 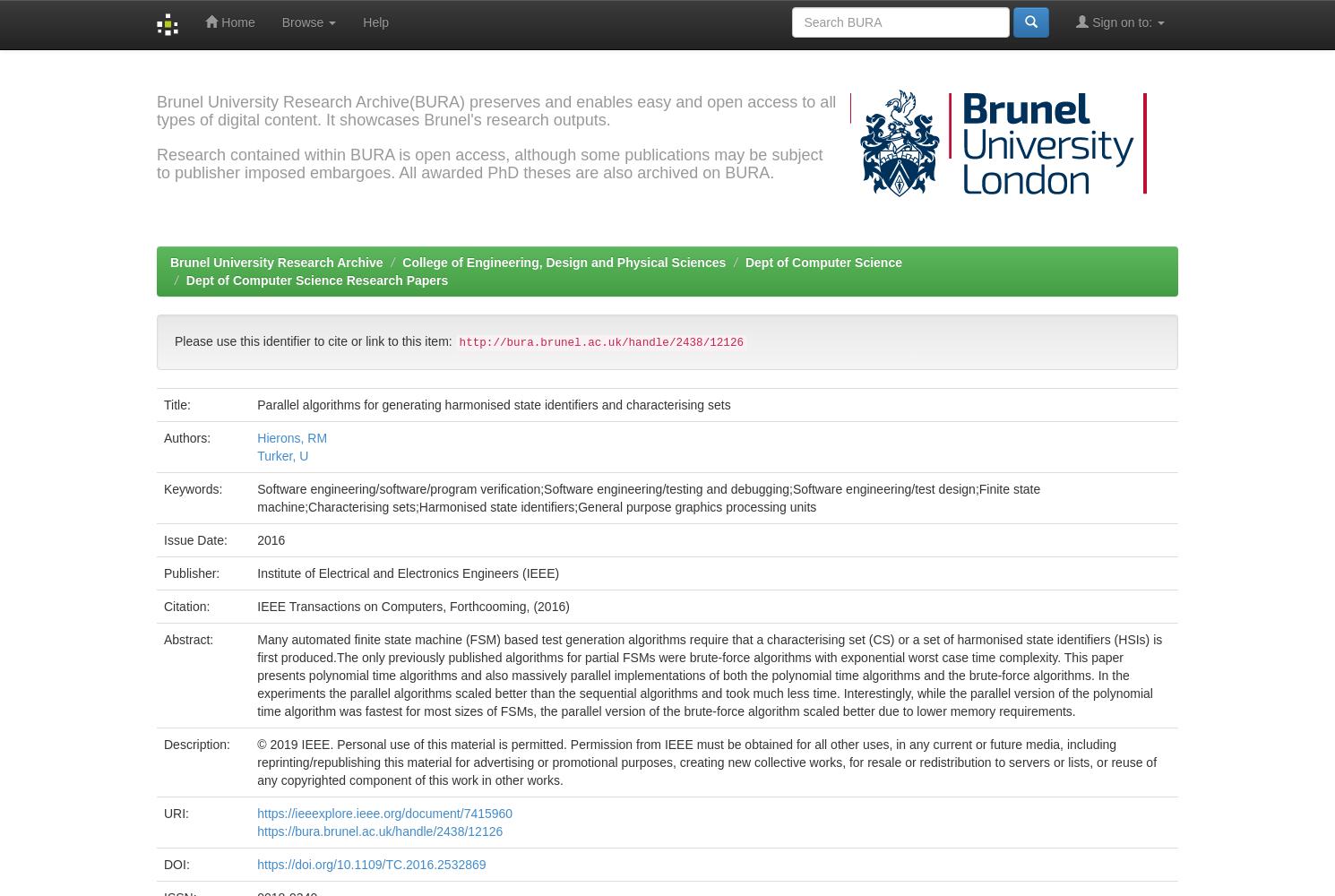 What do you see at coordinates (177, 813) in the screenshot?
I see `'URI:'` at bounding box center [177, 813].